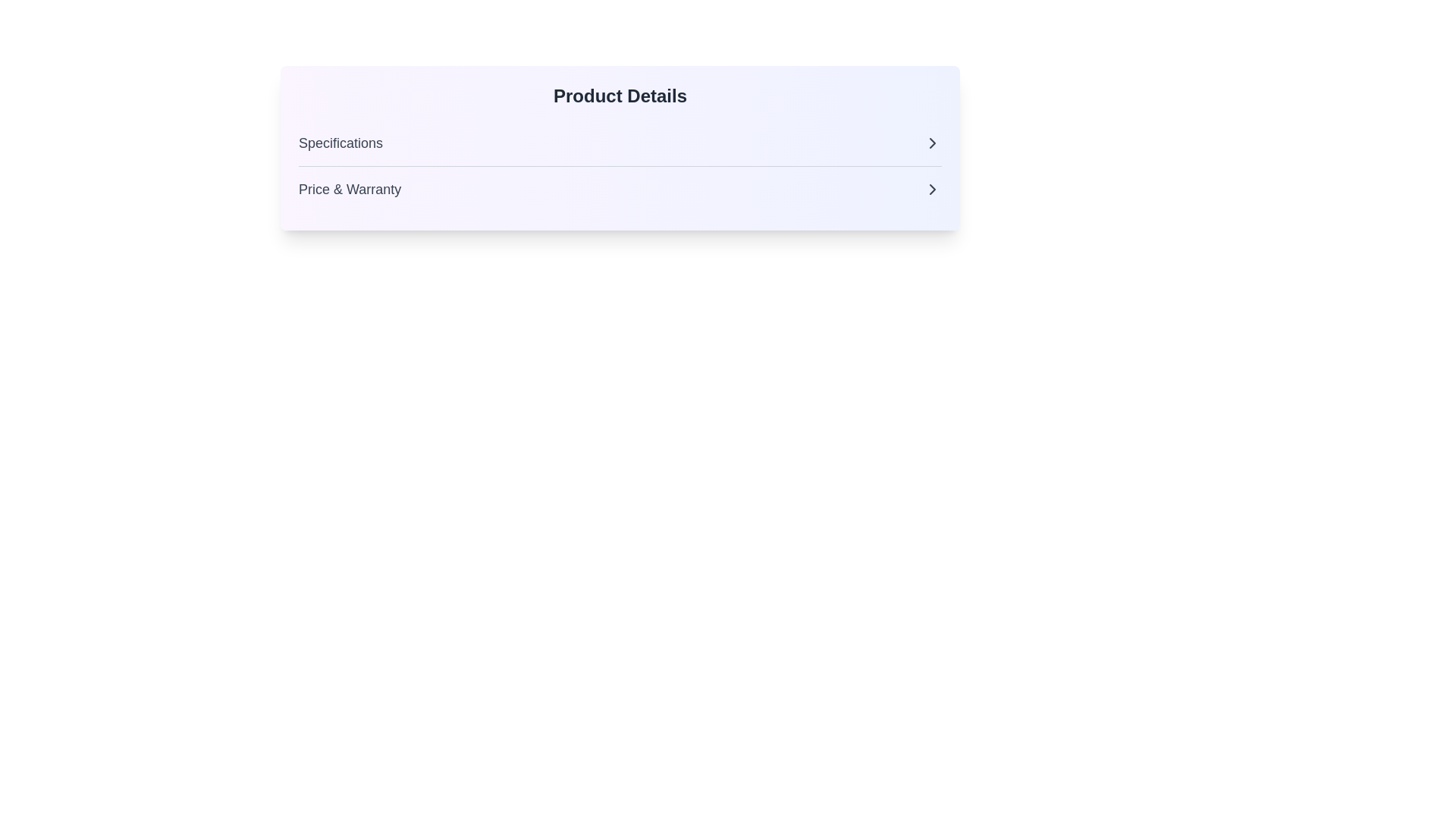 The width and height of the screenshot is (1456, 819). What do you see at coordinates (931, 189) in the screenshot?
I see `the right-facing chevron arrow, which is styled as a simple line drawing in black and indicates a forward or next action, located to the right of the 'Price & Warranty' label` at bounding box center [931, 189].